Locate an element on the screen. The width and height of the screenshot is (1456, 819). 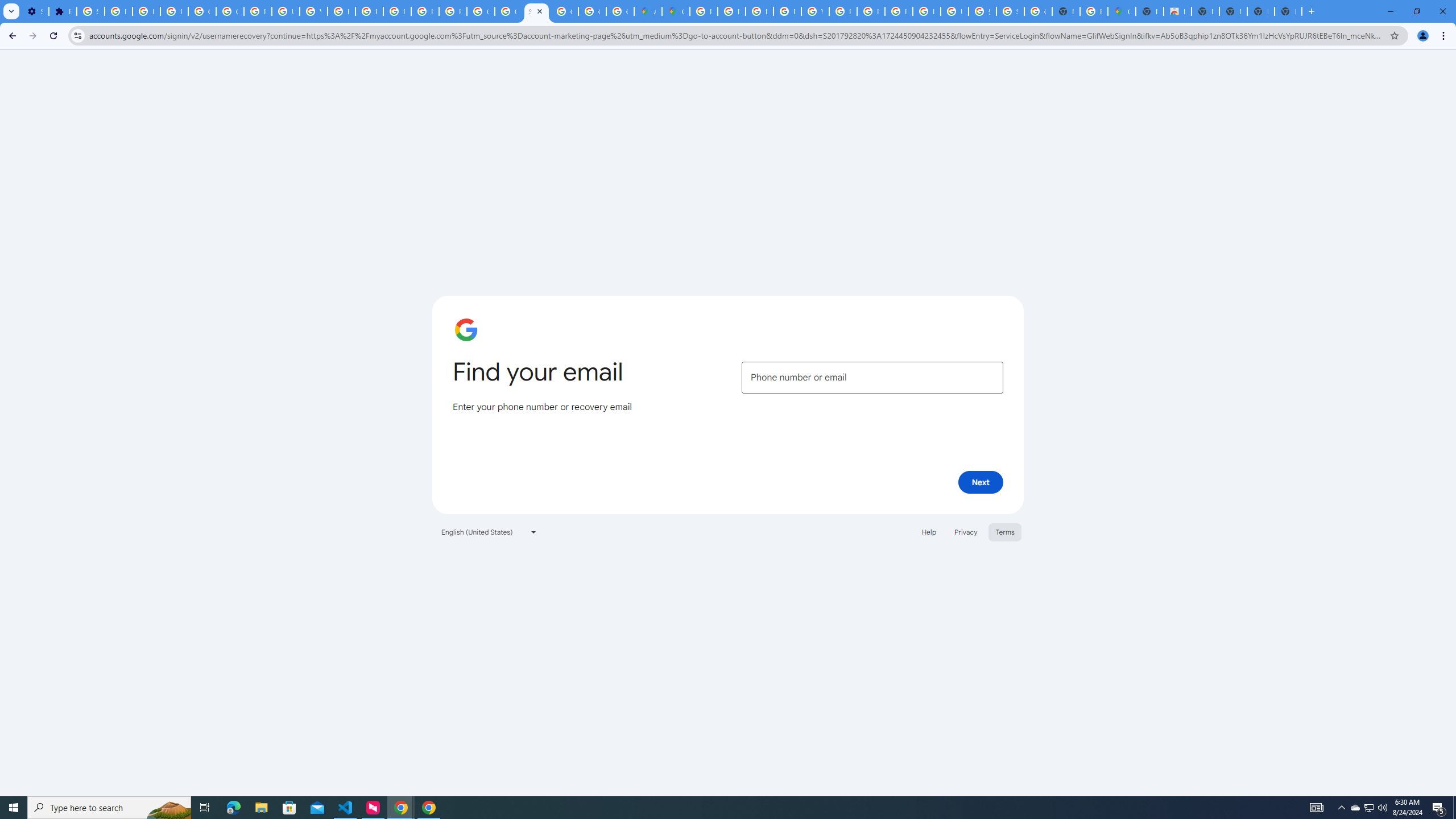
'Google Account Help' is located at coordinates (229, 11).